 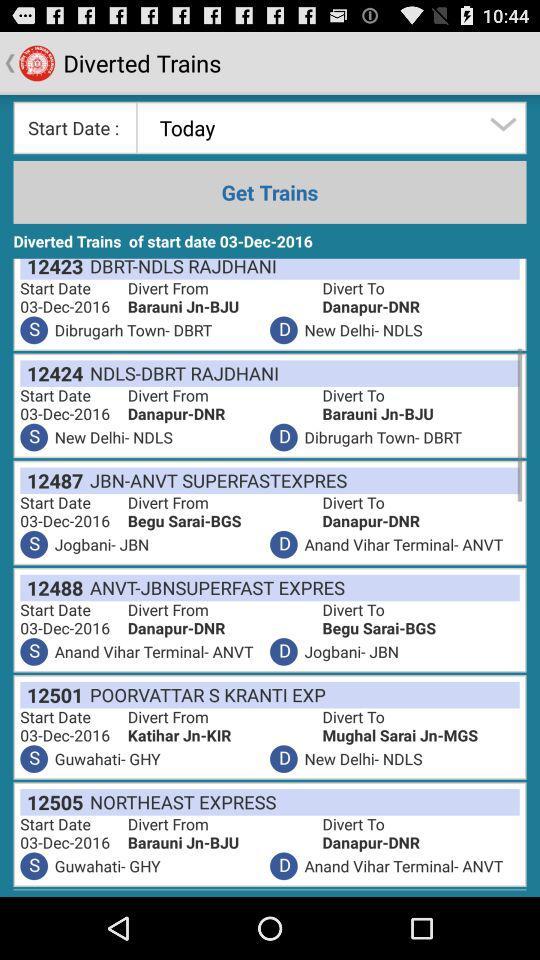 What do you see at coordinates (179, 802) in the screenshot?
I see `app below   d item` at bounding box center [179, 802].